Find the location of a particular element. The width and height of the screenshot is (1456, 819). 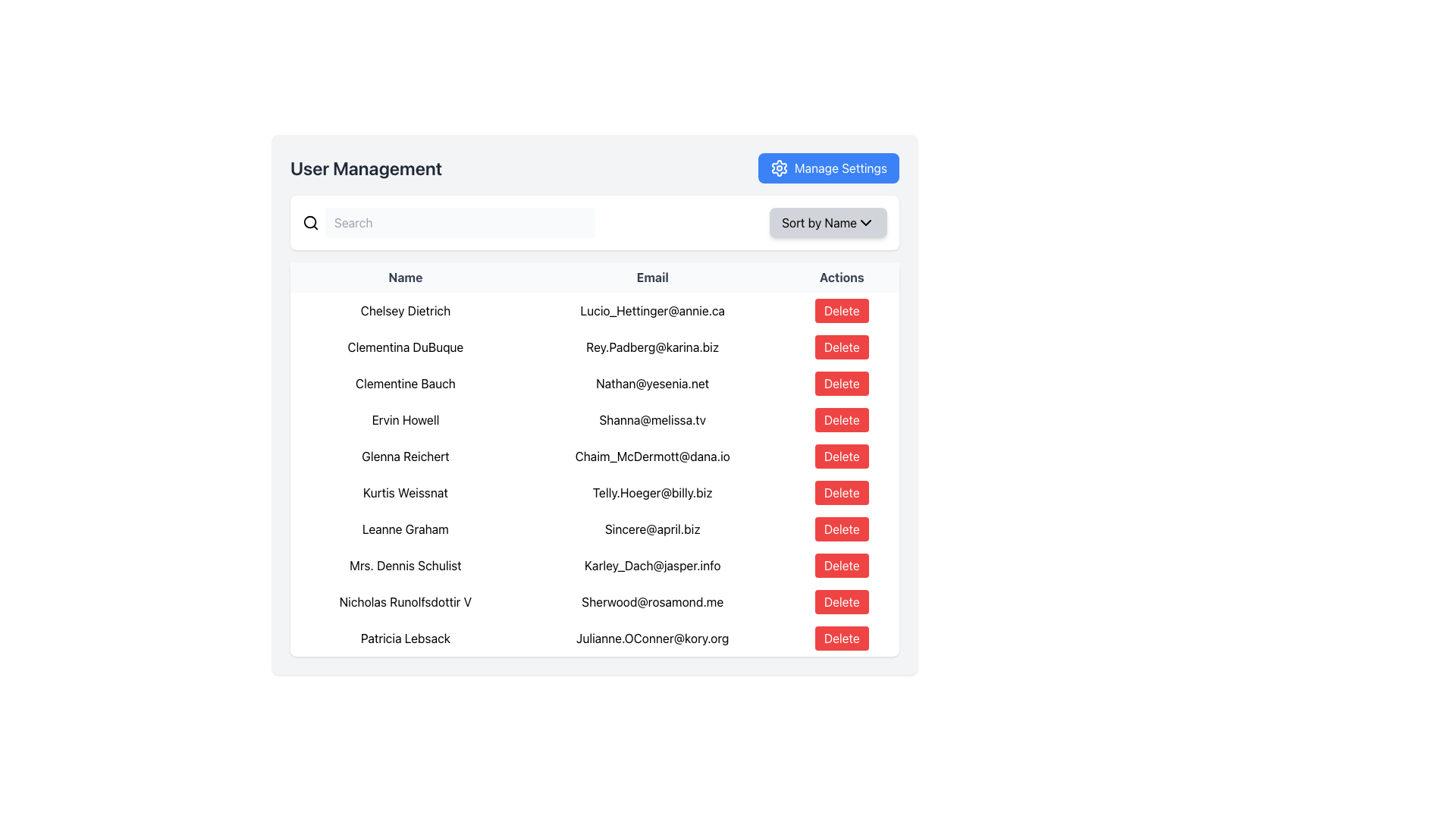

the Delete button located in the Actions column of the row corresponding to the user 'Ervin Howell' with email 'Shanna@melissa.tv' is located at coordinates (841, 420).